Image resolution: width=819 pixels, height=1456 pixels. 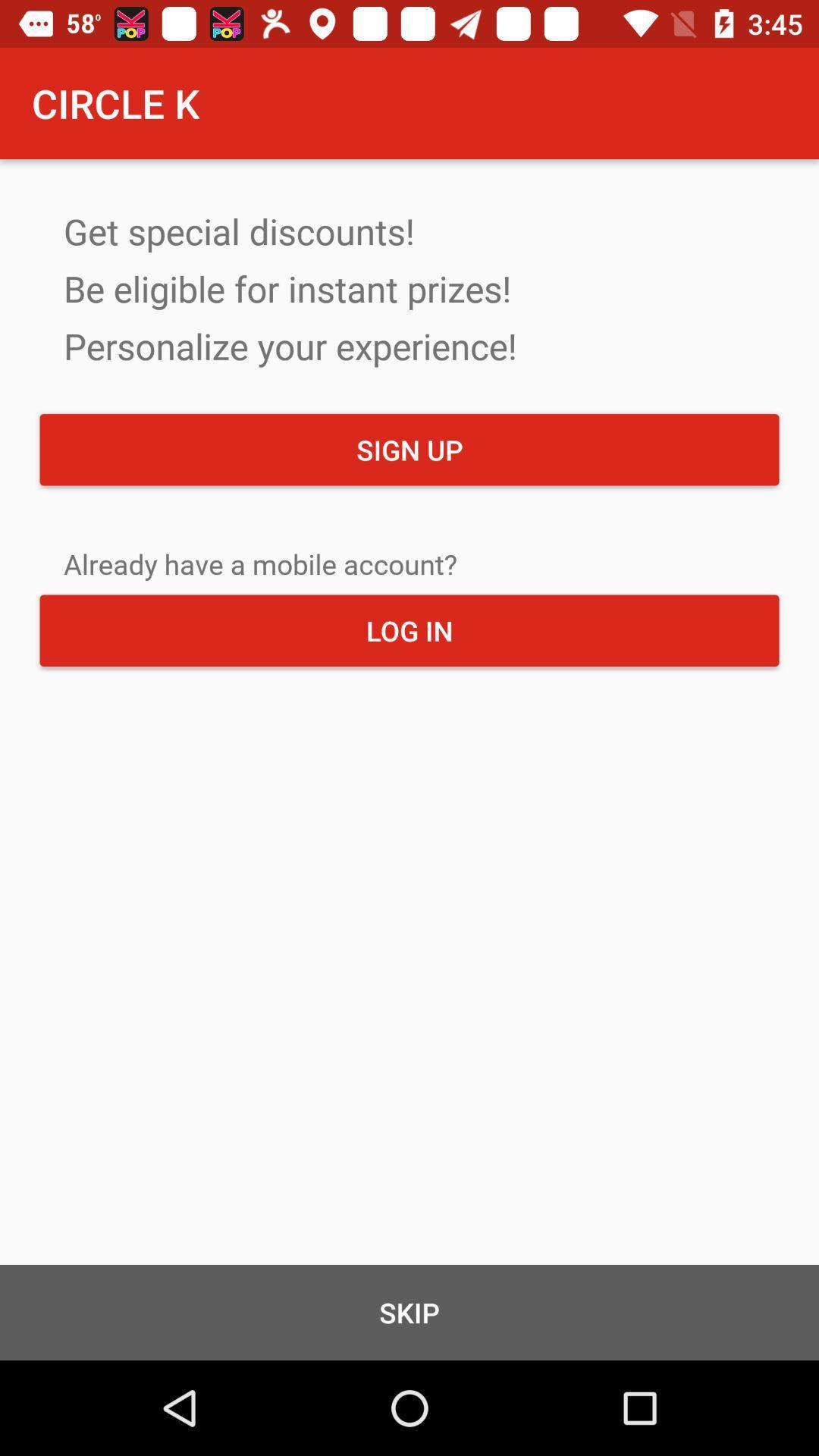 What do you see at coordinates (409, 1312) in the screenshot?
I see `the skip` at bounding box center [409, 1312].